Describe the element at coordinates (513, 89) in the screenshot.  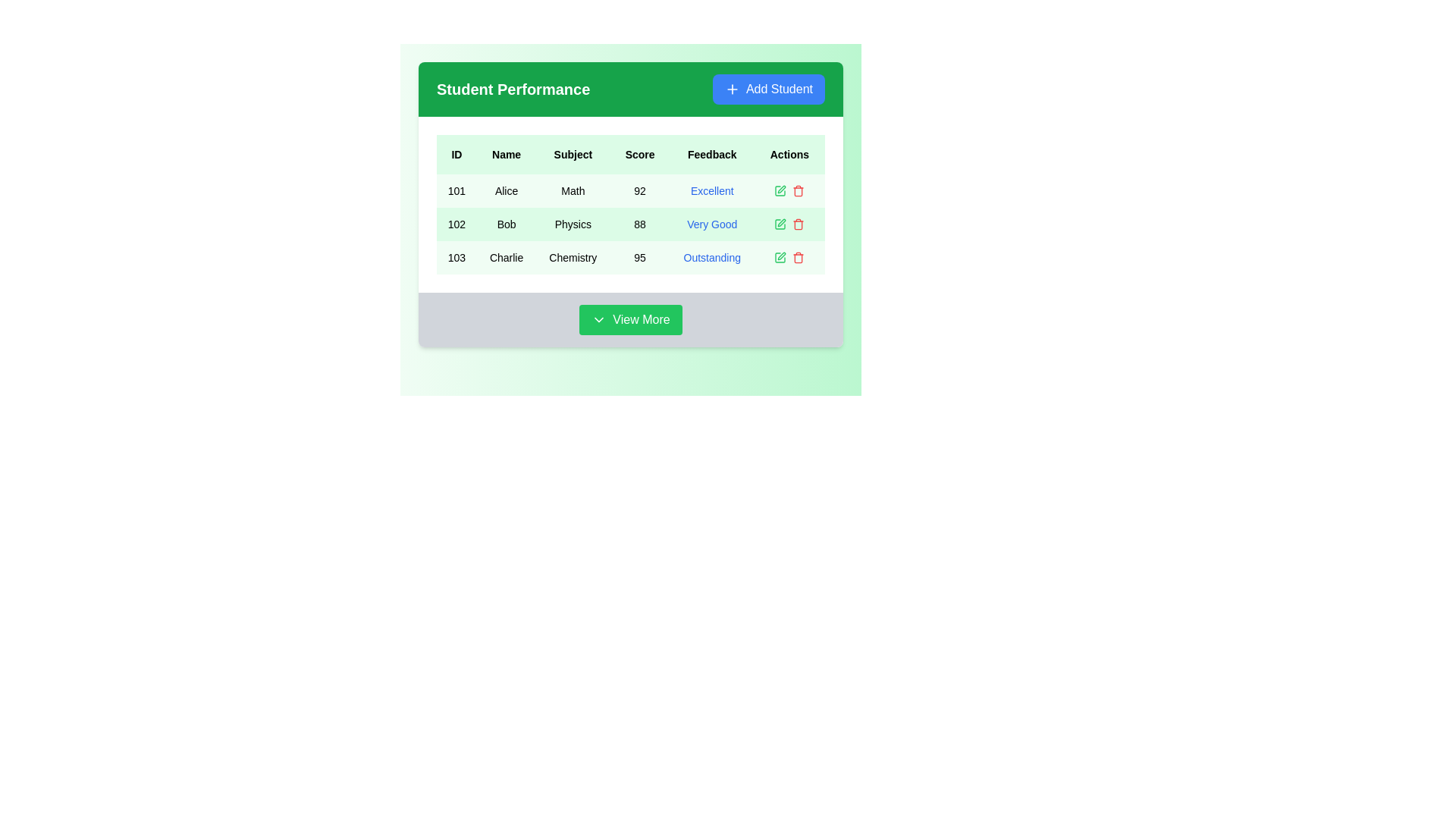
I see `the 'Student Performance' text label, which is a bold, larger font title displayed in white on a green background, located at the top-left of the header section next to the 'Add Student' button` at that location.